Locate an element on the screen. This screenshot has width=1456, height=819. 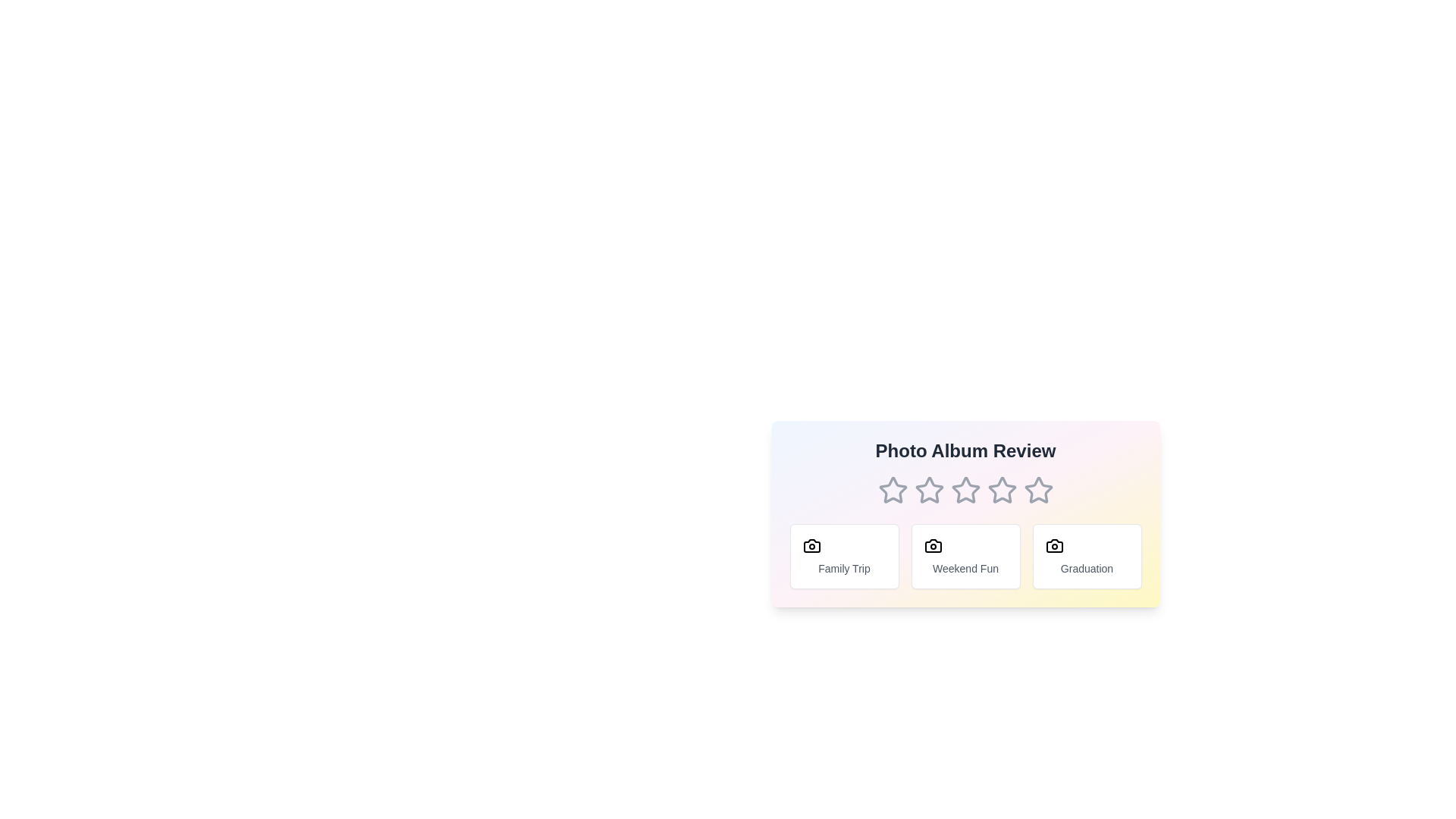
the 1 star to set the rating is located at coordinates (893, 491).